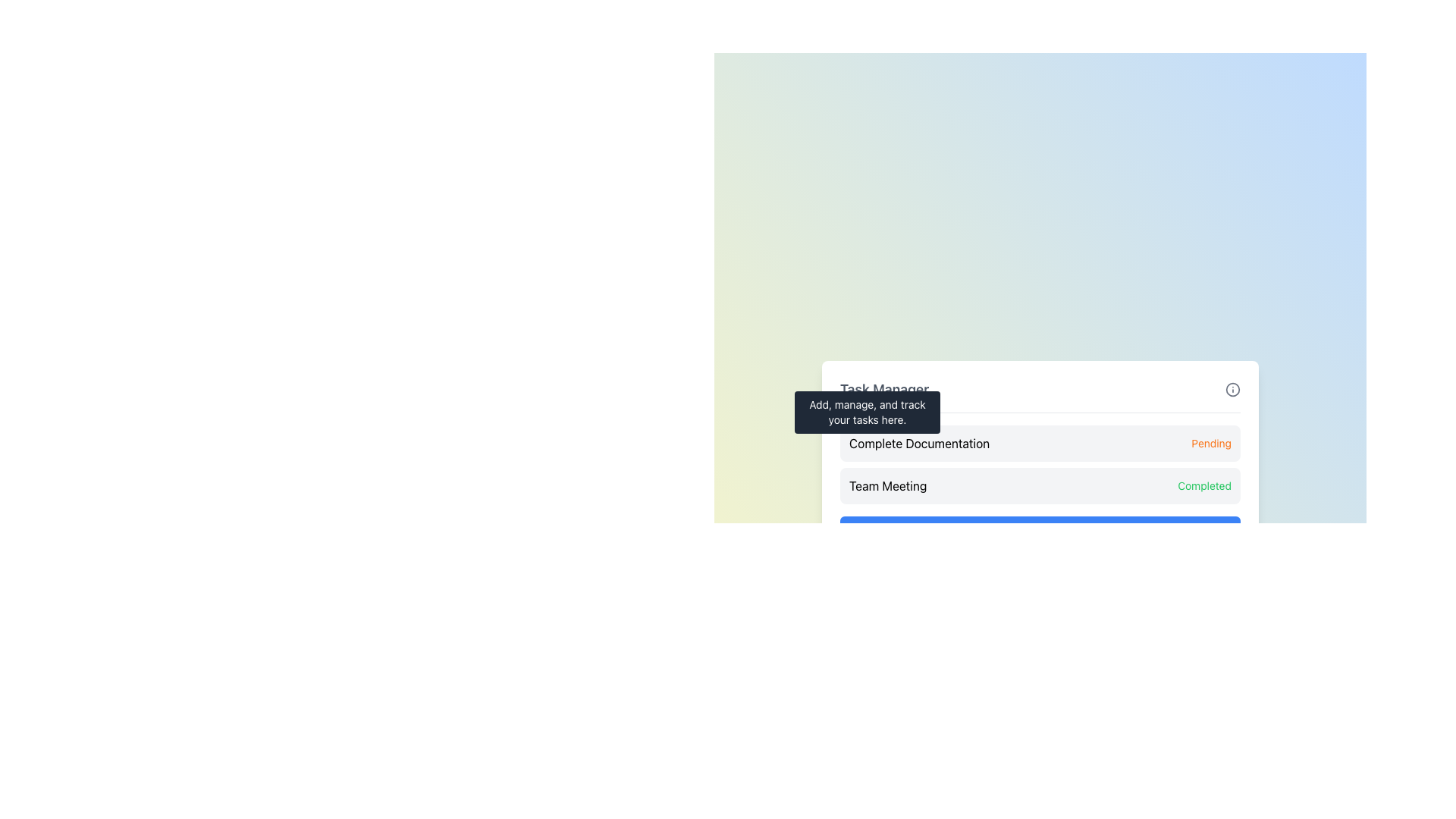 This screenshot has width=1456, height=819. I want to click on the 'Team Meeting' text label which indicates the task in the task listing panel, so click(888, 485).